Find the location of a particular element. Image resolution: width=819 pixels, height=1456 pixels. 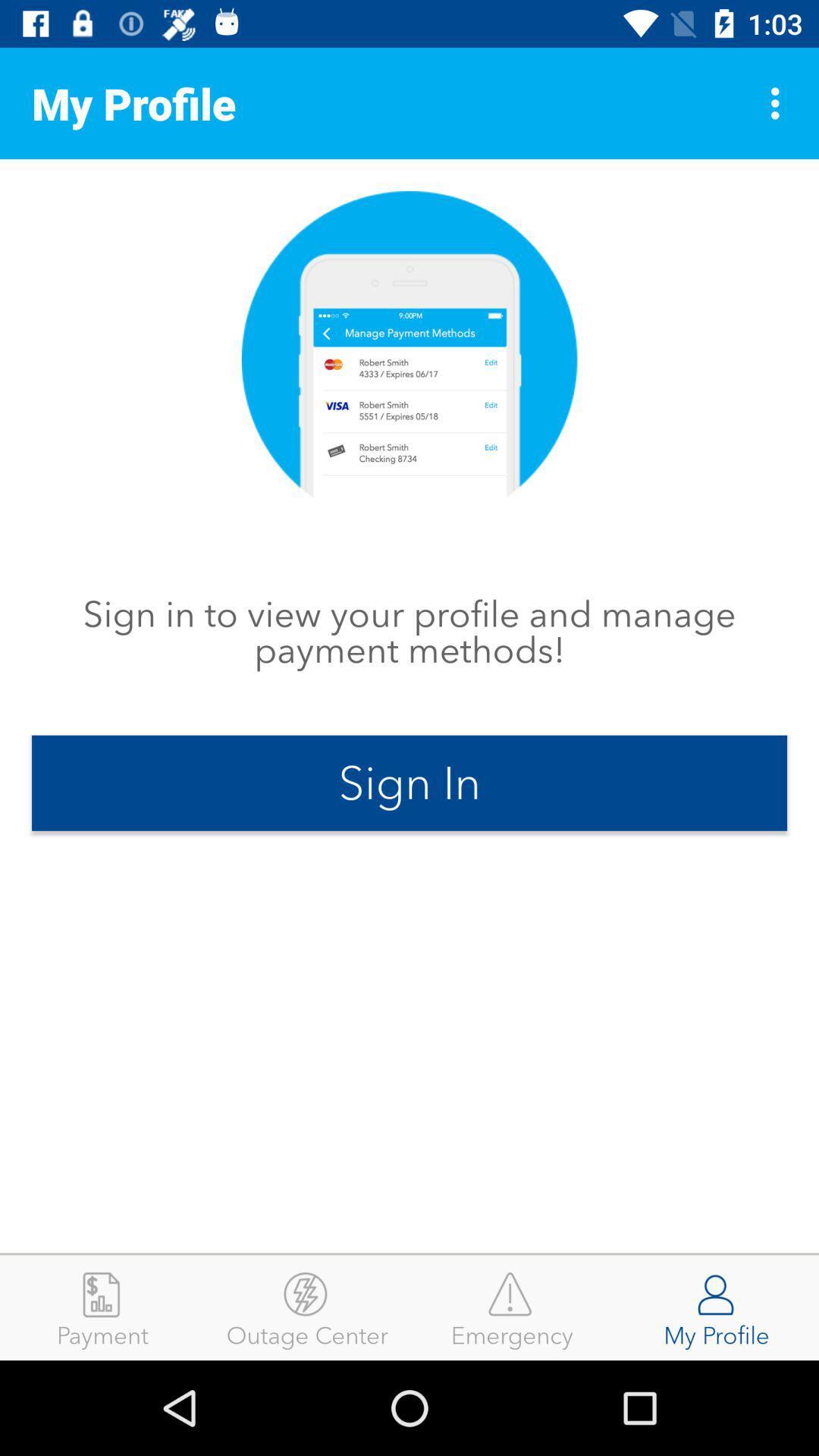

the item to the left of my profile is located at coordinates (512, 1307).